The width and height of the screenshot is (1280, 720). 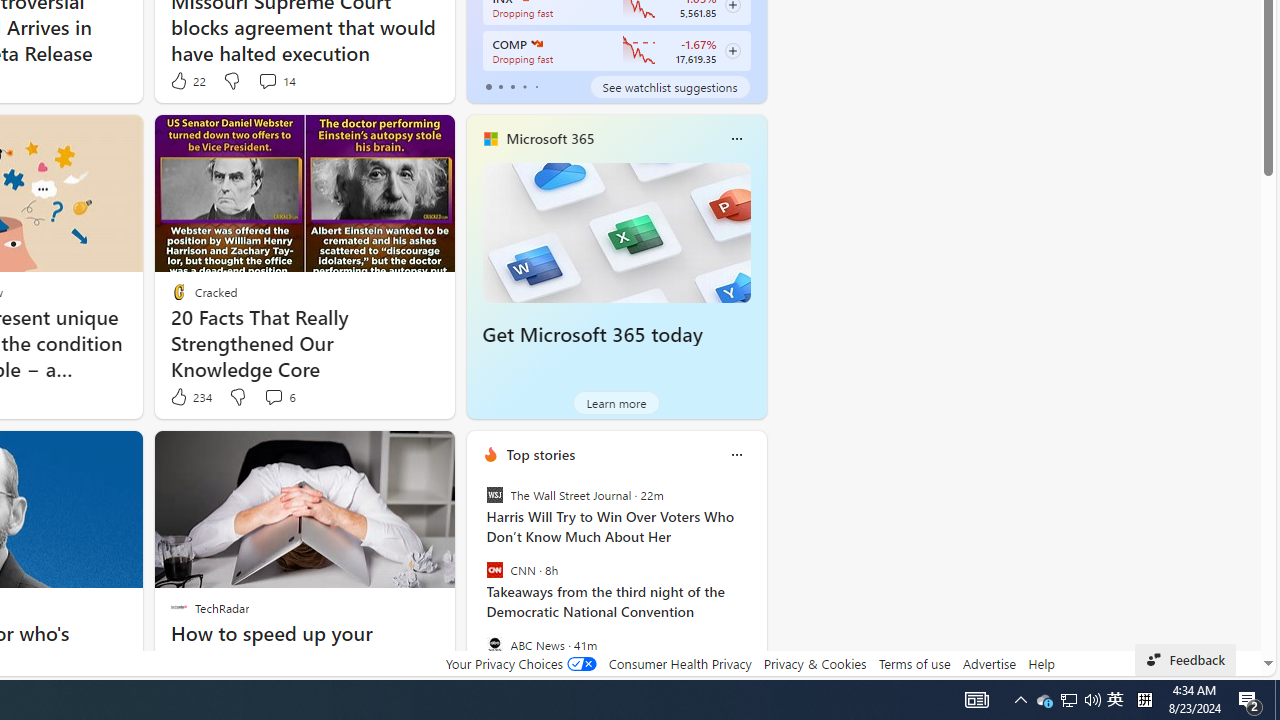 What do you see at coordinates (266, 80) in the screenshot?
I see `'View comments 14 Comment'` at bounding box center [266, 80].